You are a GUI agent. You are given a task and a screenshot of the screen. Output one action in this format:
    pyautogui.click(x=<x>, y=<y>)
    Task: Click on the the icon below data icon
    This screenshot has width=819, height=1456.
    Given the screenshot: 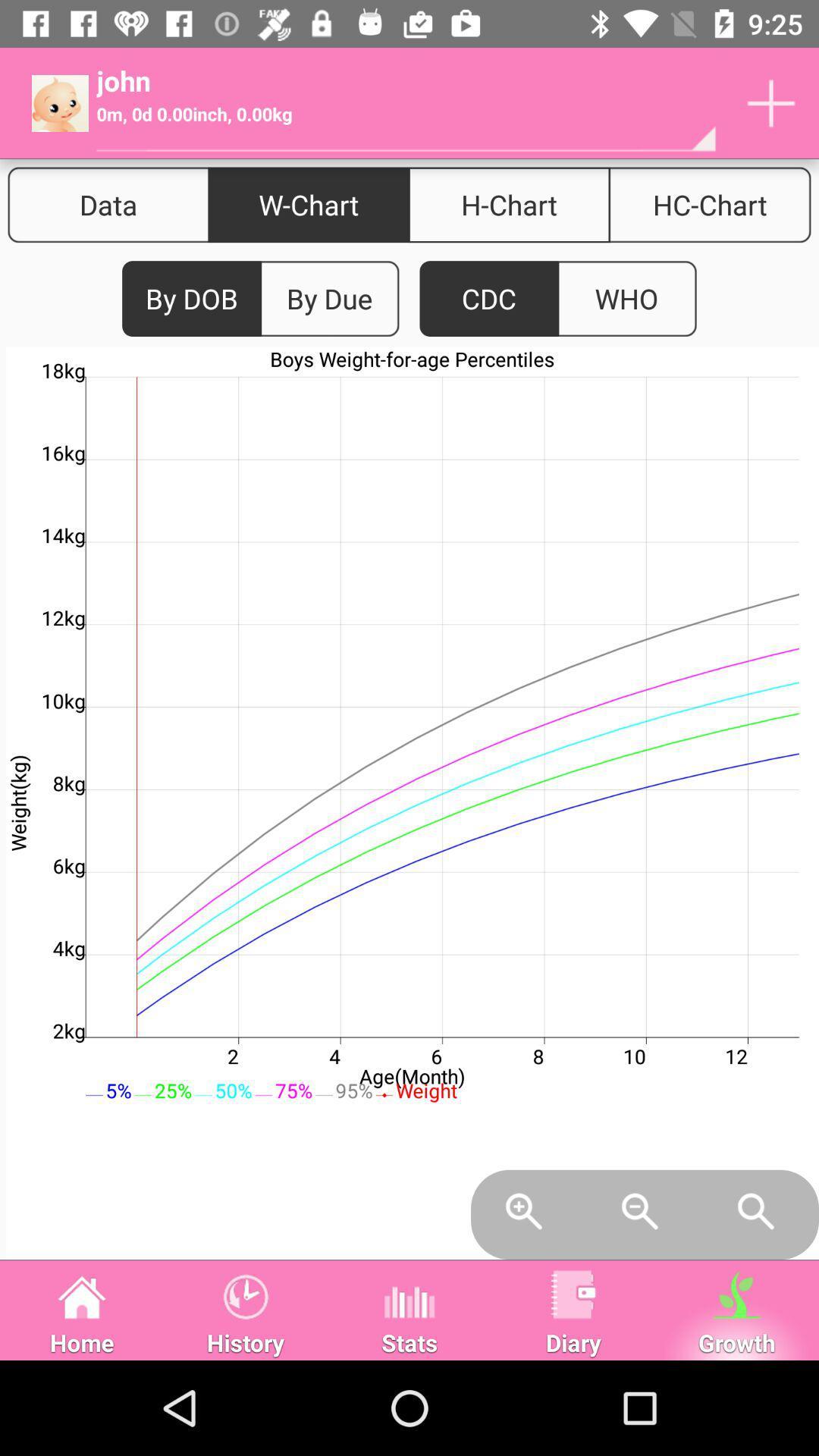 What is the action you would take?
    pyautogui.click(x=191, y=299)
    